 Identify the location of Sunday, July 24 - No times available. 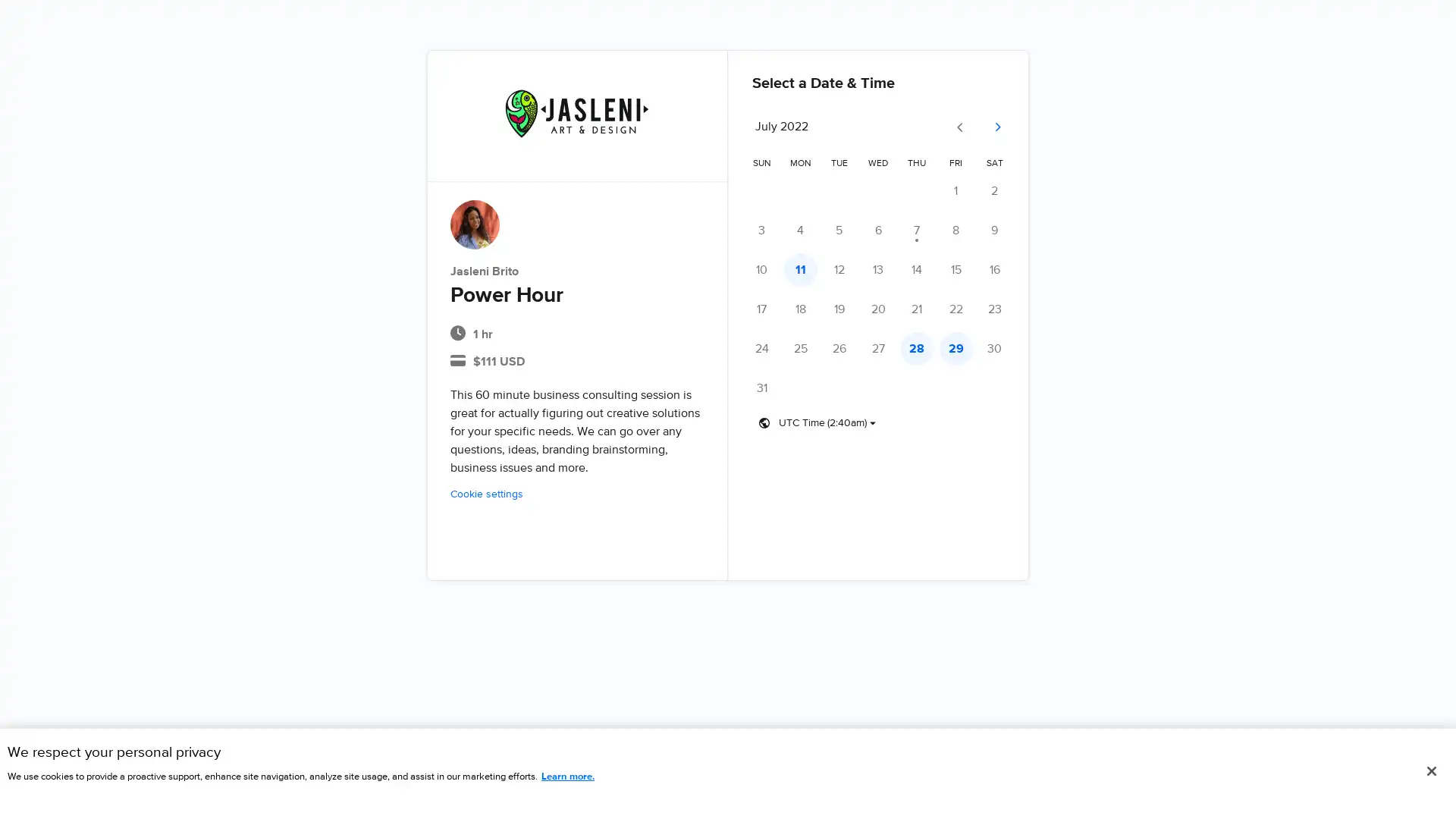
(761, 348).